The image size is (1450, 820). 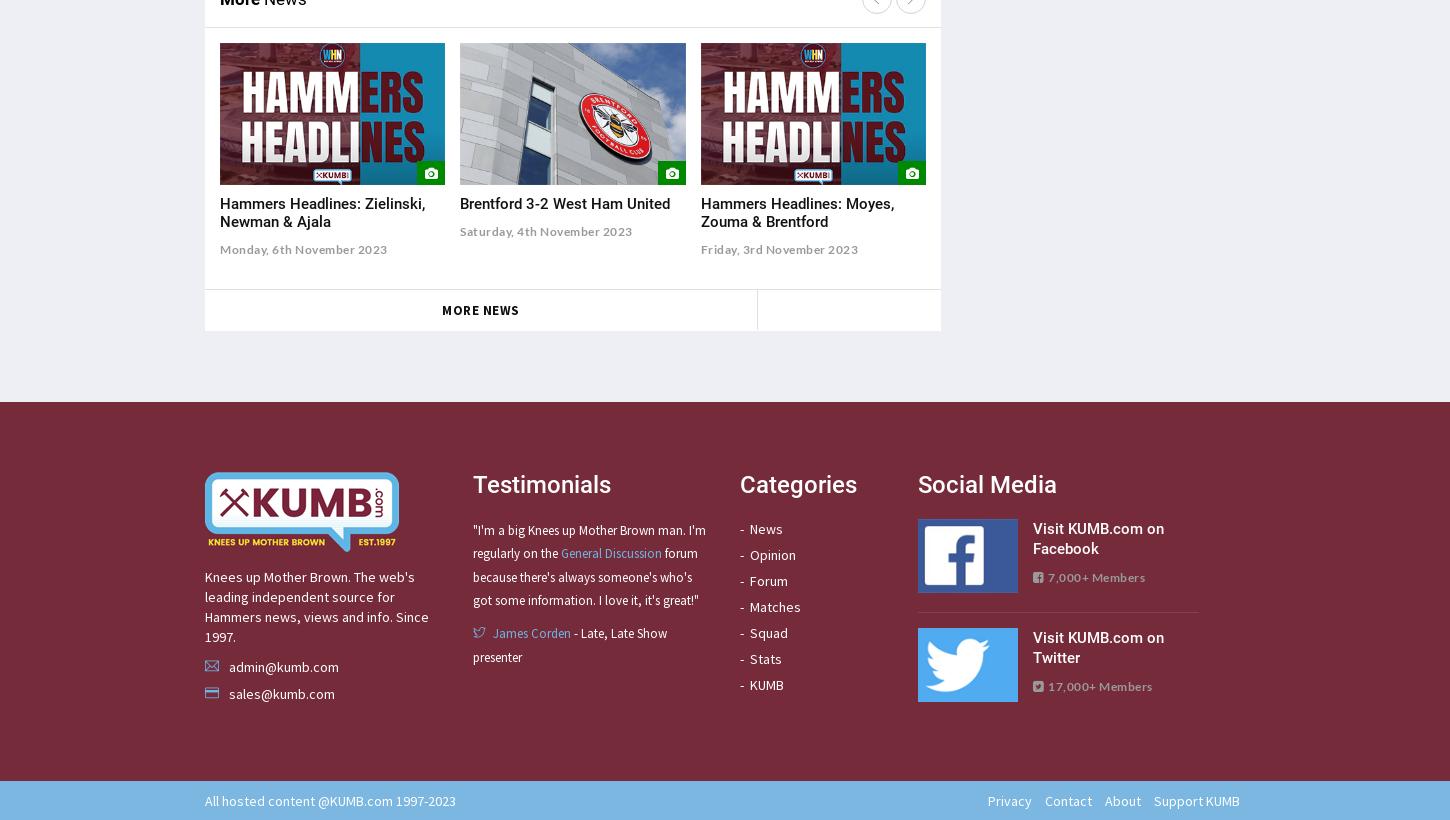 I want to click on 'General Discussion', so click(x=559, y=552).